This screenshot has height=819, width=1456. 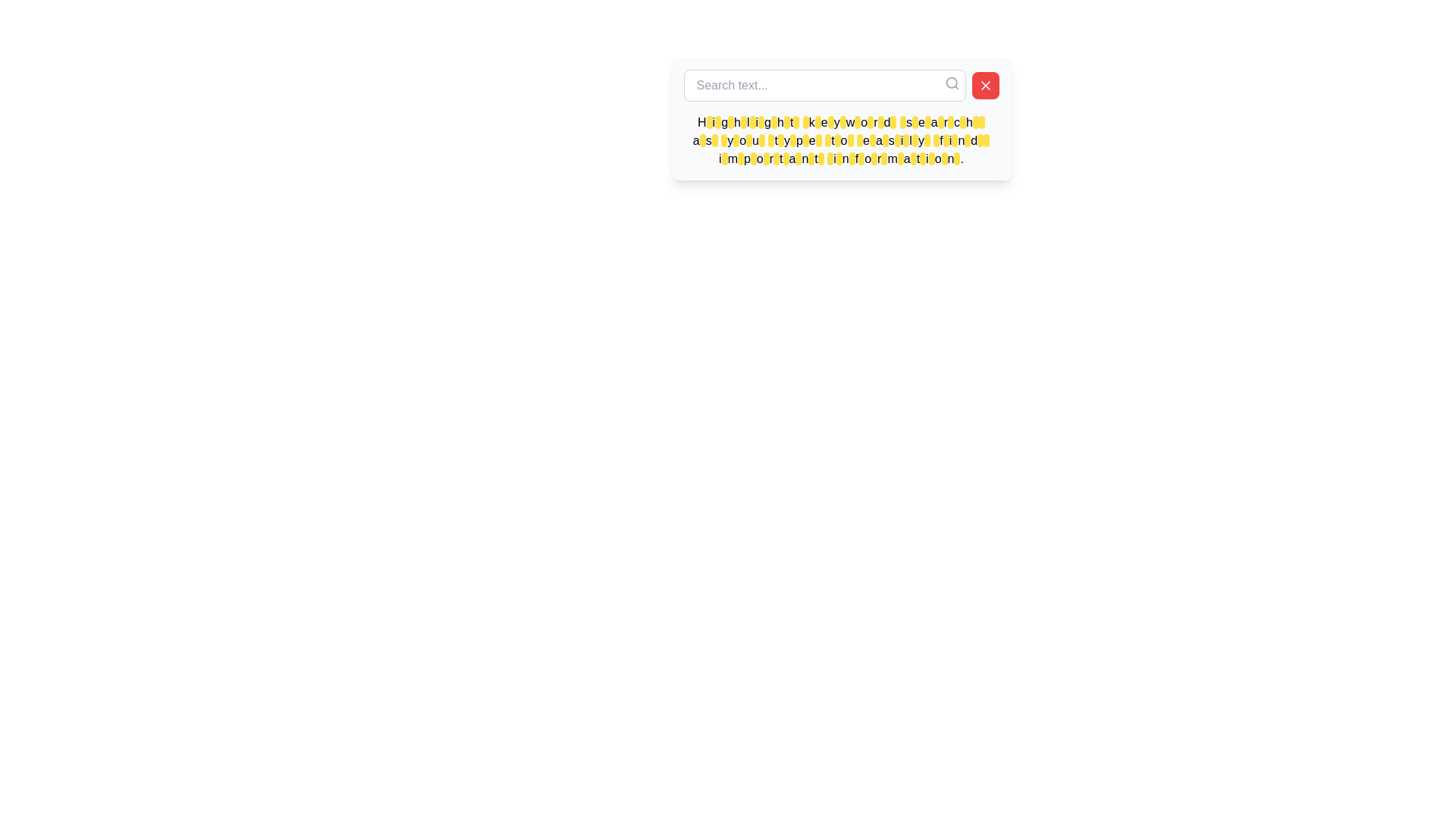 I want to click on the 16th Highlight Box element, which is a small rounded box with a yellow background and a black border in a pop-up interface, so click(x=880, y=121).